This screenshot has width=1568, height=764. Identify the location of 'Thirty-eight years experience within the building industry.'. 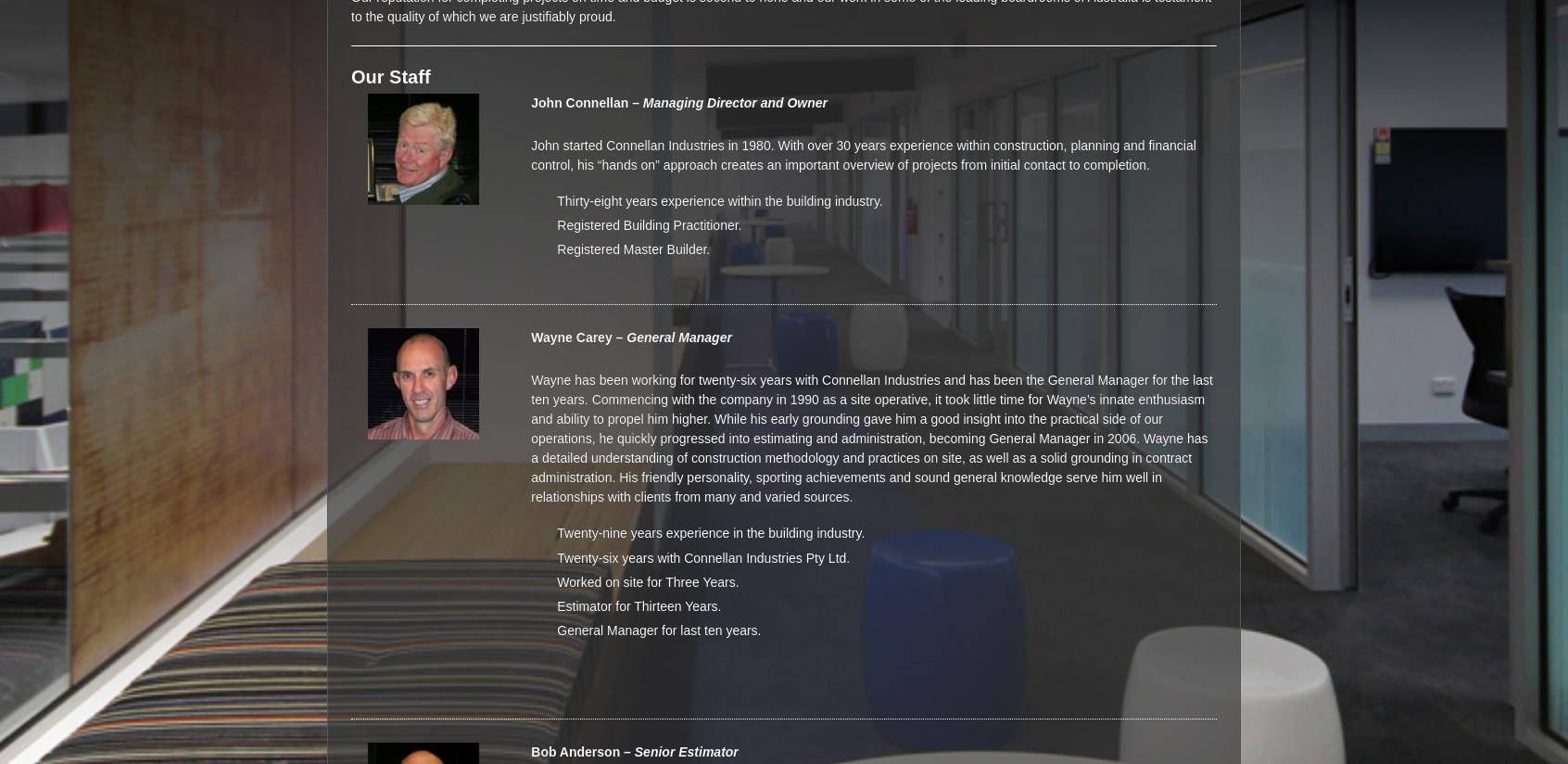
(719, 198).